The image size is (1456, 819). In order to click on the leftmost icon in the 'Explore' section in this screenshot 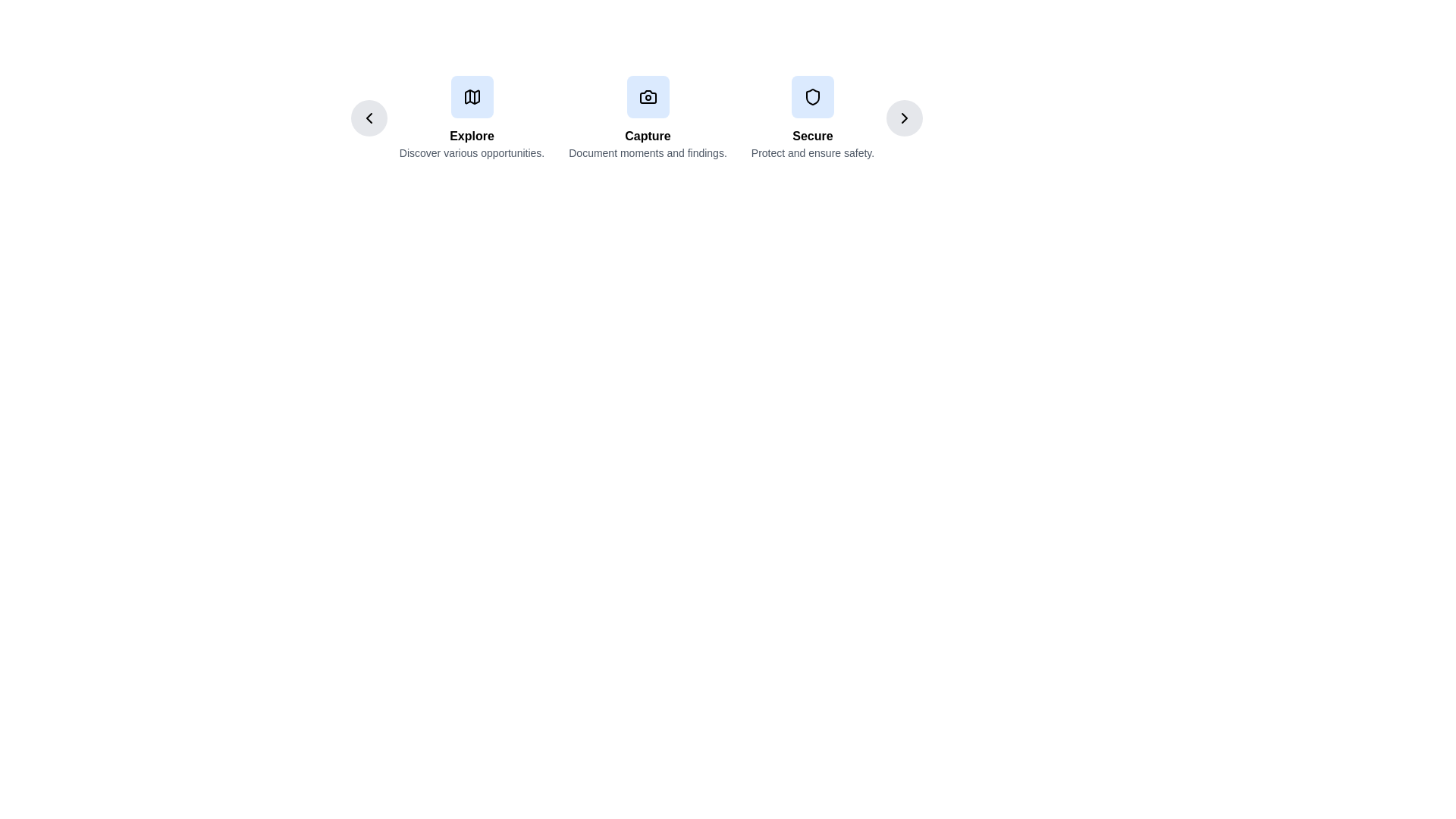, I will do `click(471, 96)`.